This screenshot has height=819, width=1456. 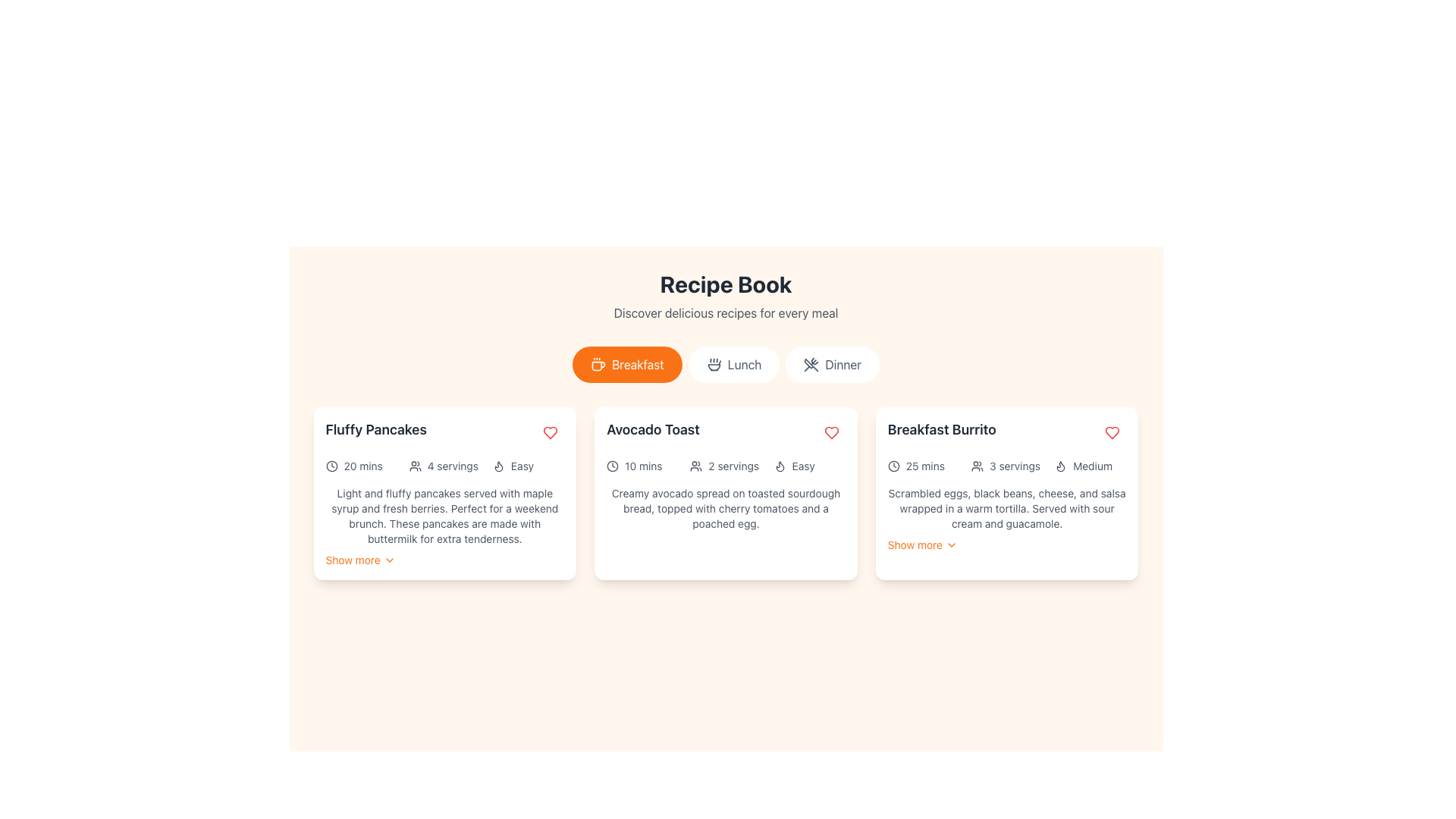 I want to click on content from the Text block providing detailed information about the 'Fluffy Pancakes' recipe located in the first column of the grid layout, below the icons and above the 'Show more' link, so click(x=444, y=526).